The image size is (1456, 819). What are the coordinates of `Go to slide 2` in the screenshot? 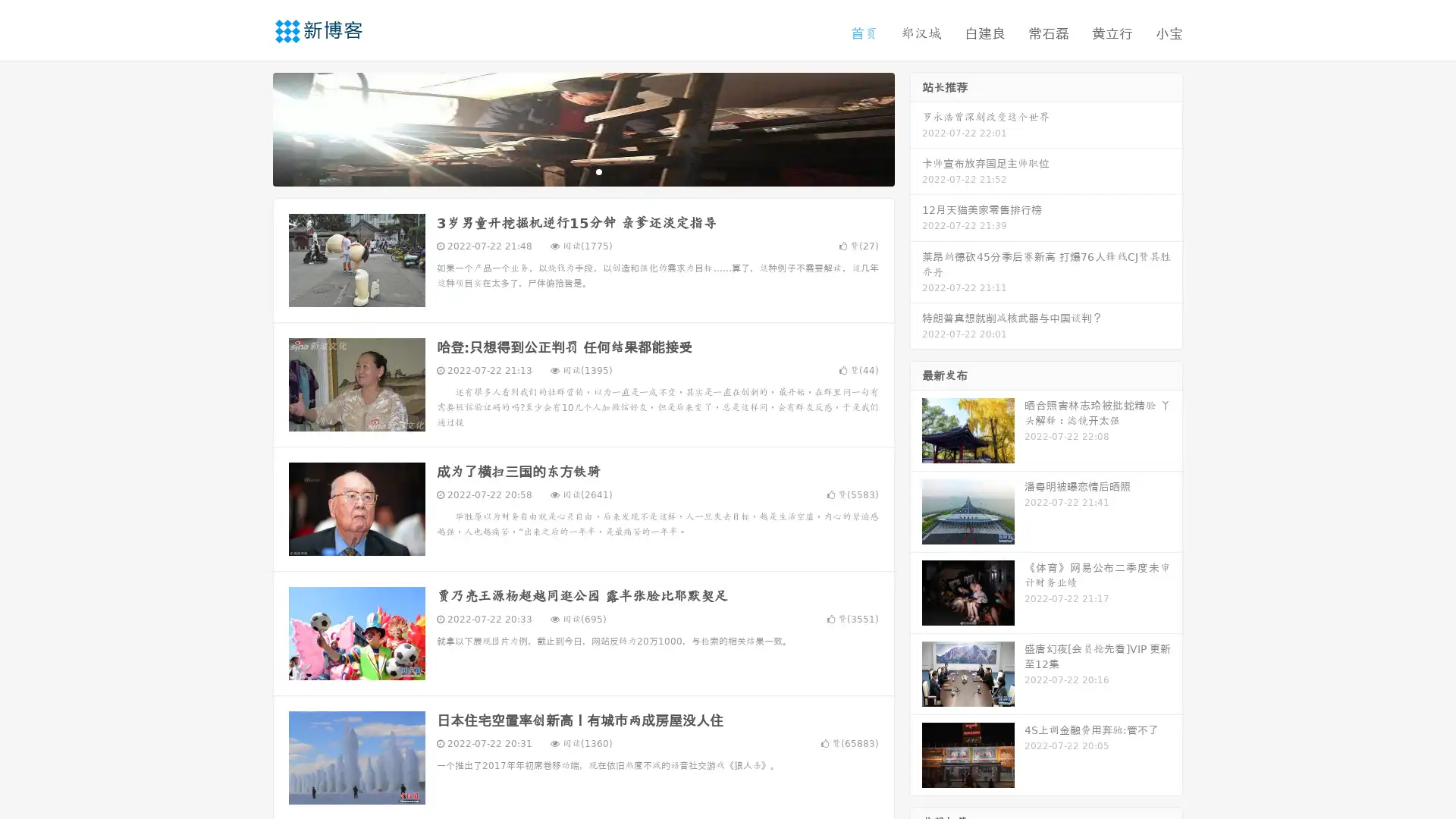 It's located at (582, 171).